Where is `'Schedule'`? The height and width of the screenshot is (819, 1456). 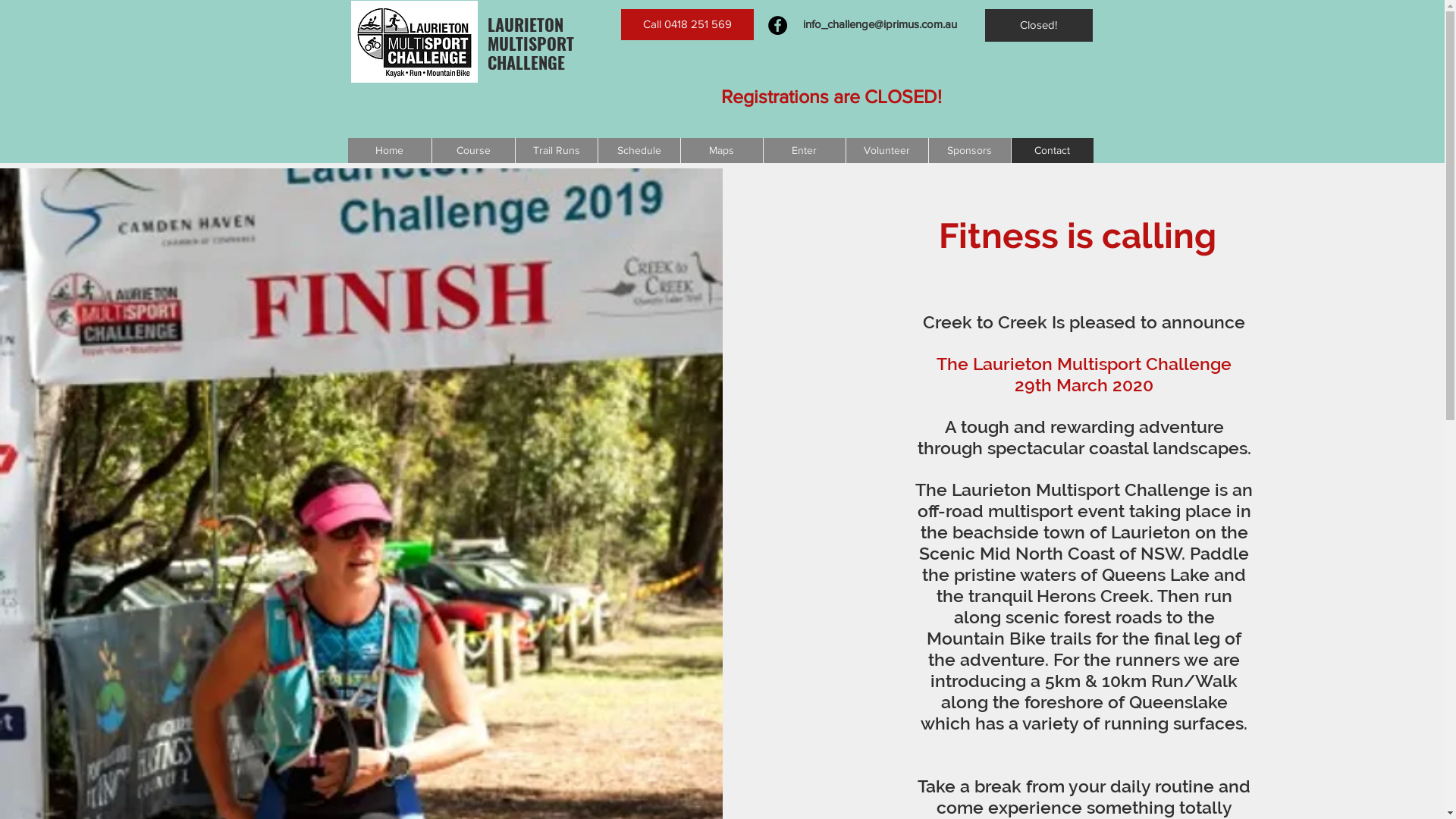
'Schedule' is located at coordinates (596, 150).